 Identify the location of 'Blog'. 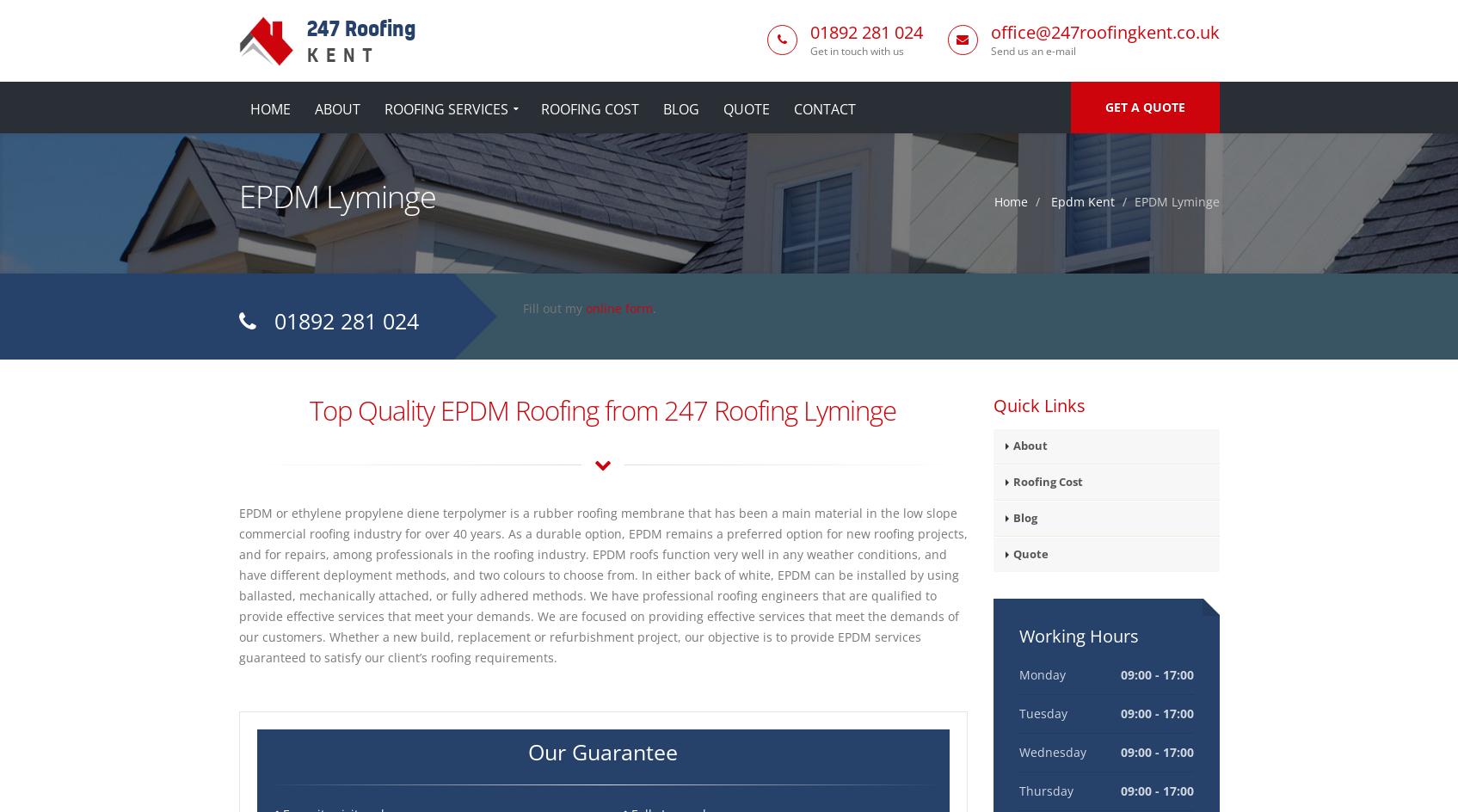
(1024, 518).